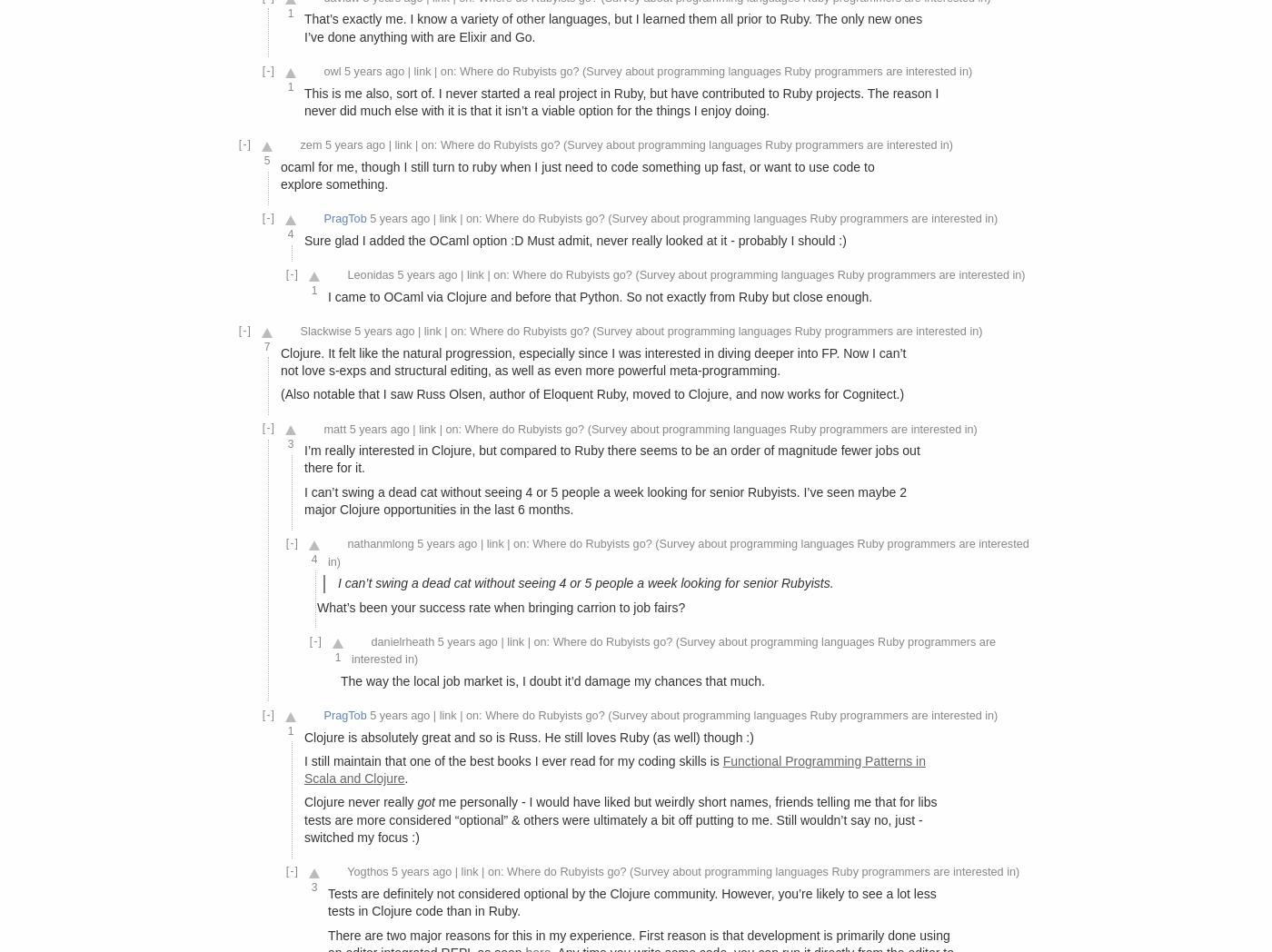  What do you see at coordinates (612, 26) in the screenshot?
I see `'That’s exactly me.  I know a variety of other languages, but I learned them all prior to Ruby.  The only new ones I’ve done anything with are Elixir and Go.'` at bounding box center [612, 26].